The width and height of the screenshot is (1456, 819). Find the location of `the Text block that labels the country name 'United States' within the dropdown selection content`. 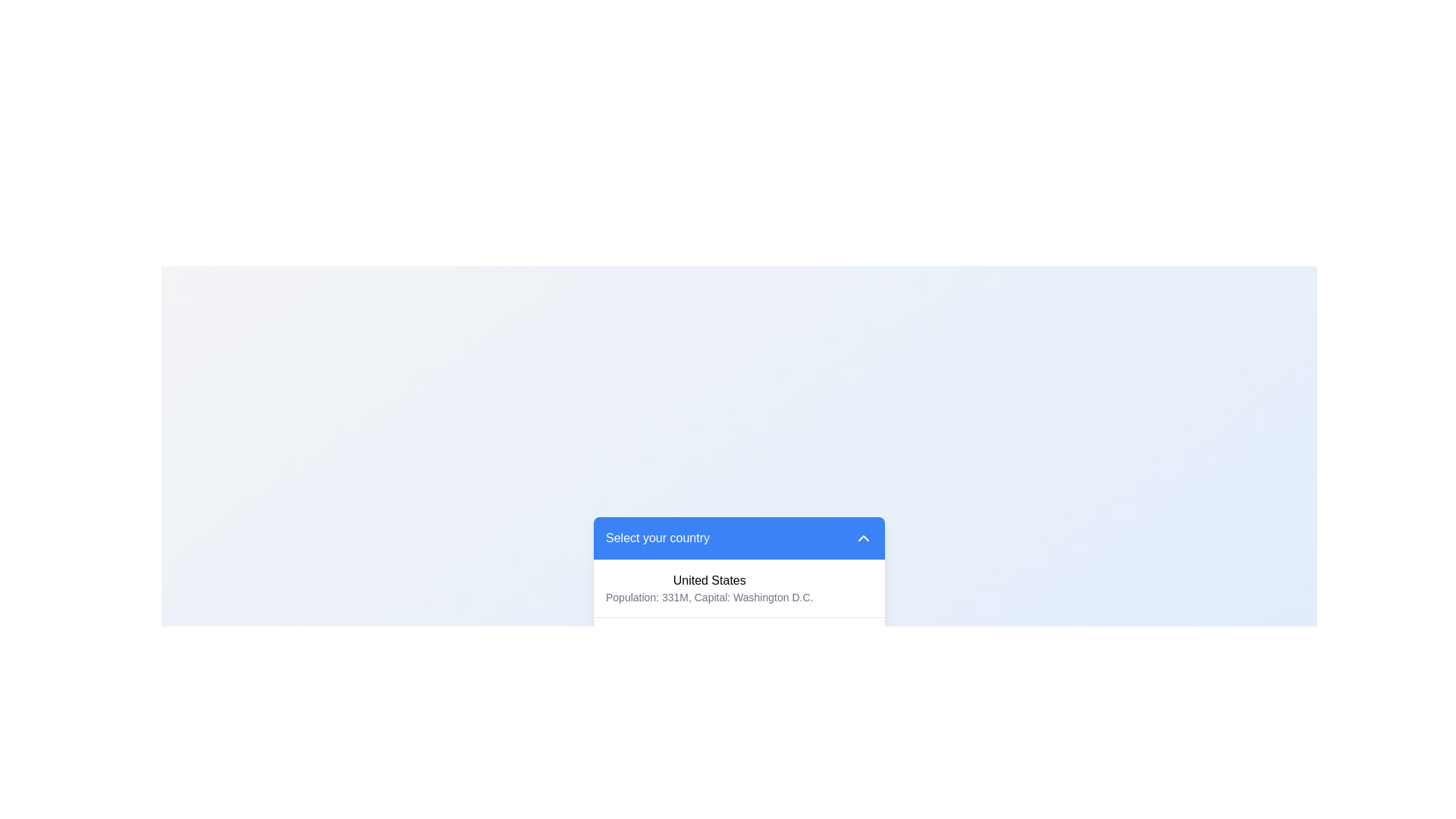

the Text block that labels the country name 'United States' within the dropdown selection content is located at coordinates (708, 580).